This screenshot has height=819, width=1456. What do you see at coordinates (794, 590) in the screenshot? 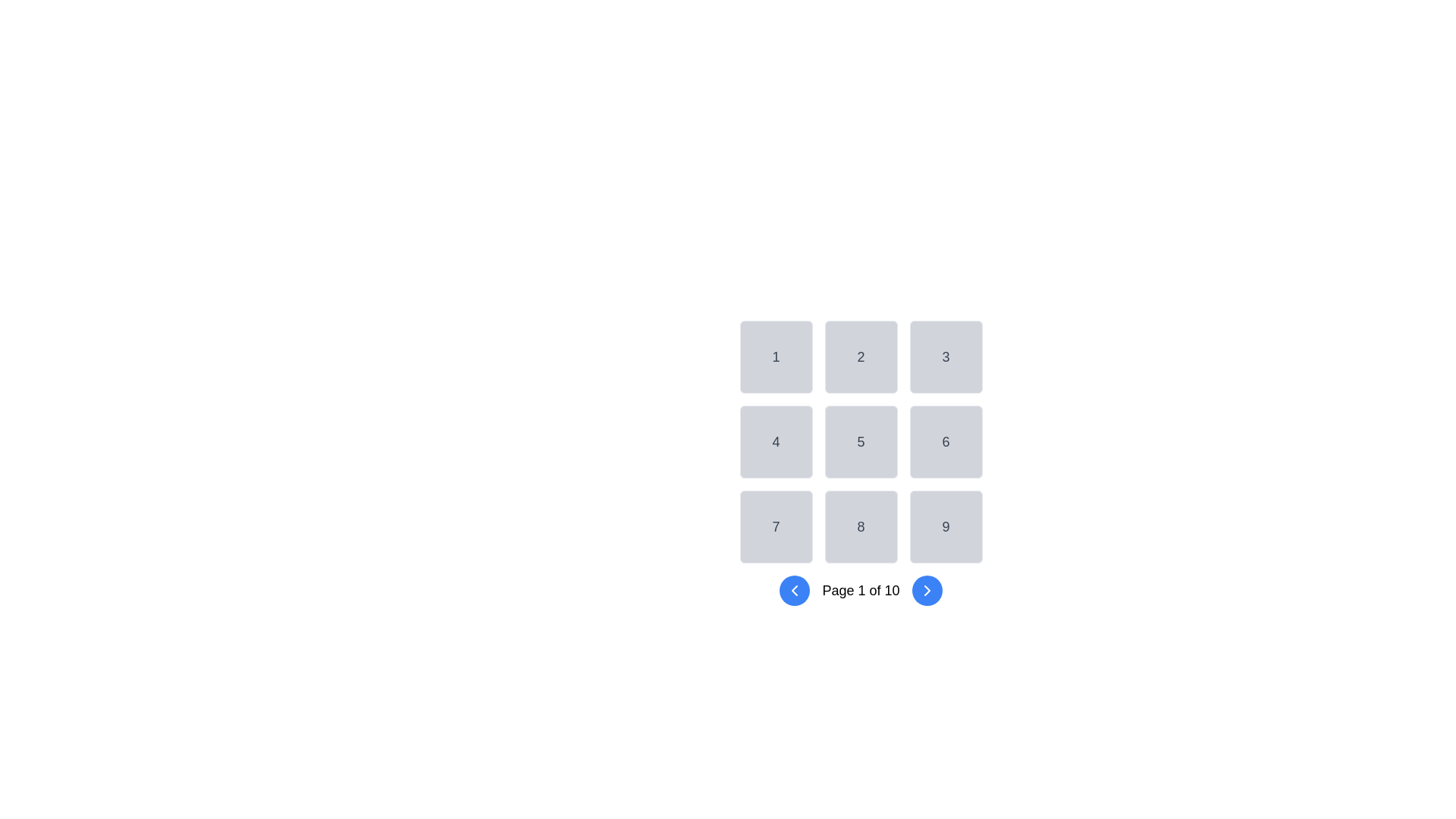
I see `the pagination control button located in the bottom-left area, which allows users to navigate to the previous page` at bounding box center [794, 590].